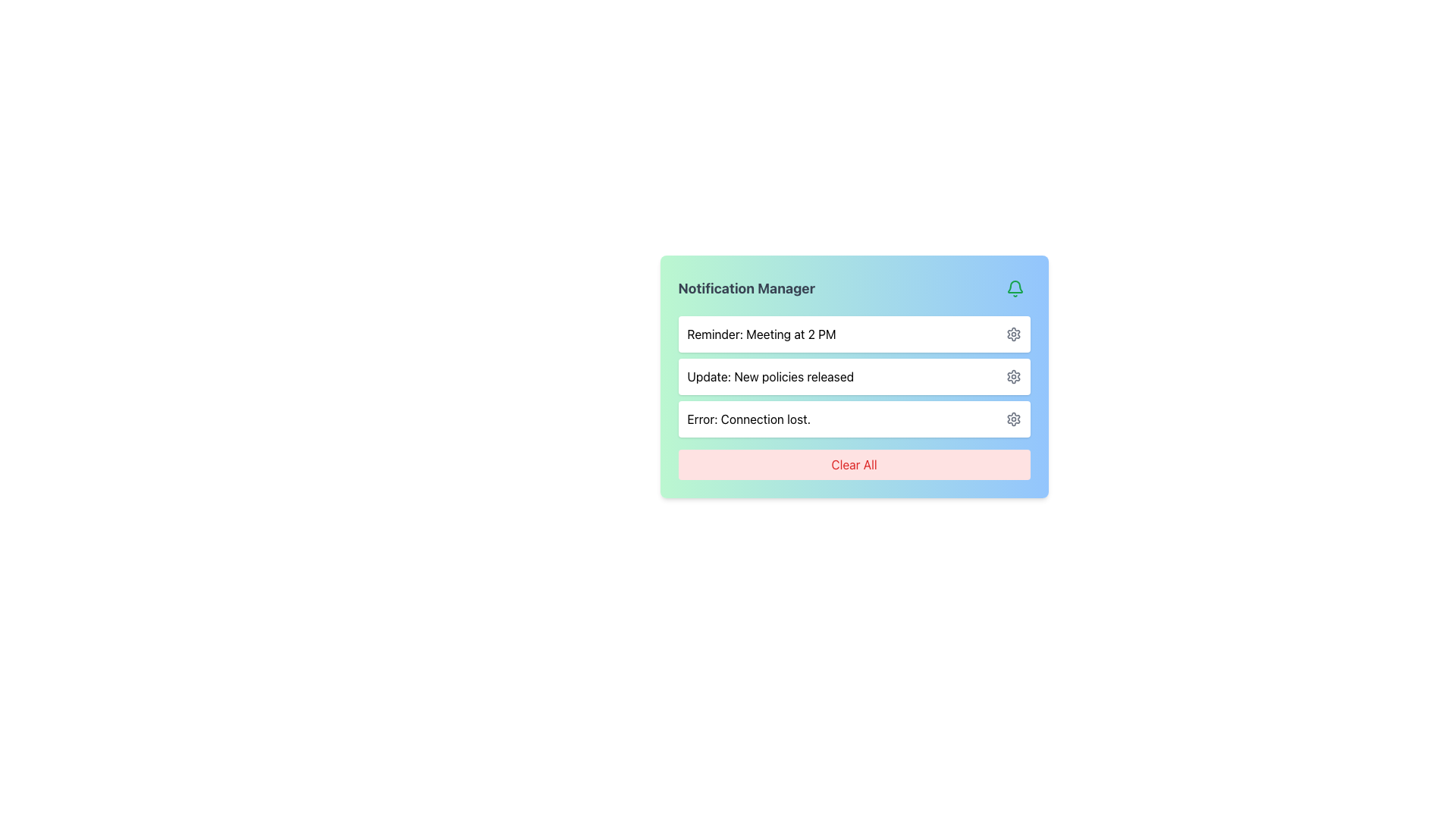 This screenshot has height=819, width=1456. I want to click on error message displayed in the Notification Box that shows 'Error: Connection lost.' It is the third entry under 'Notification Manager', so click(854, 419).